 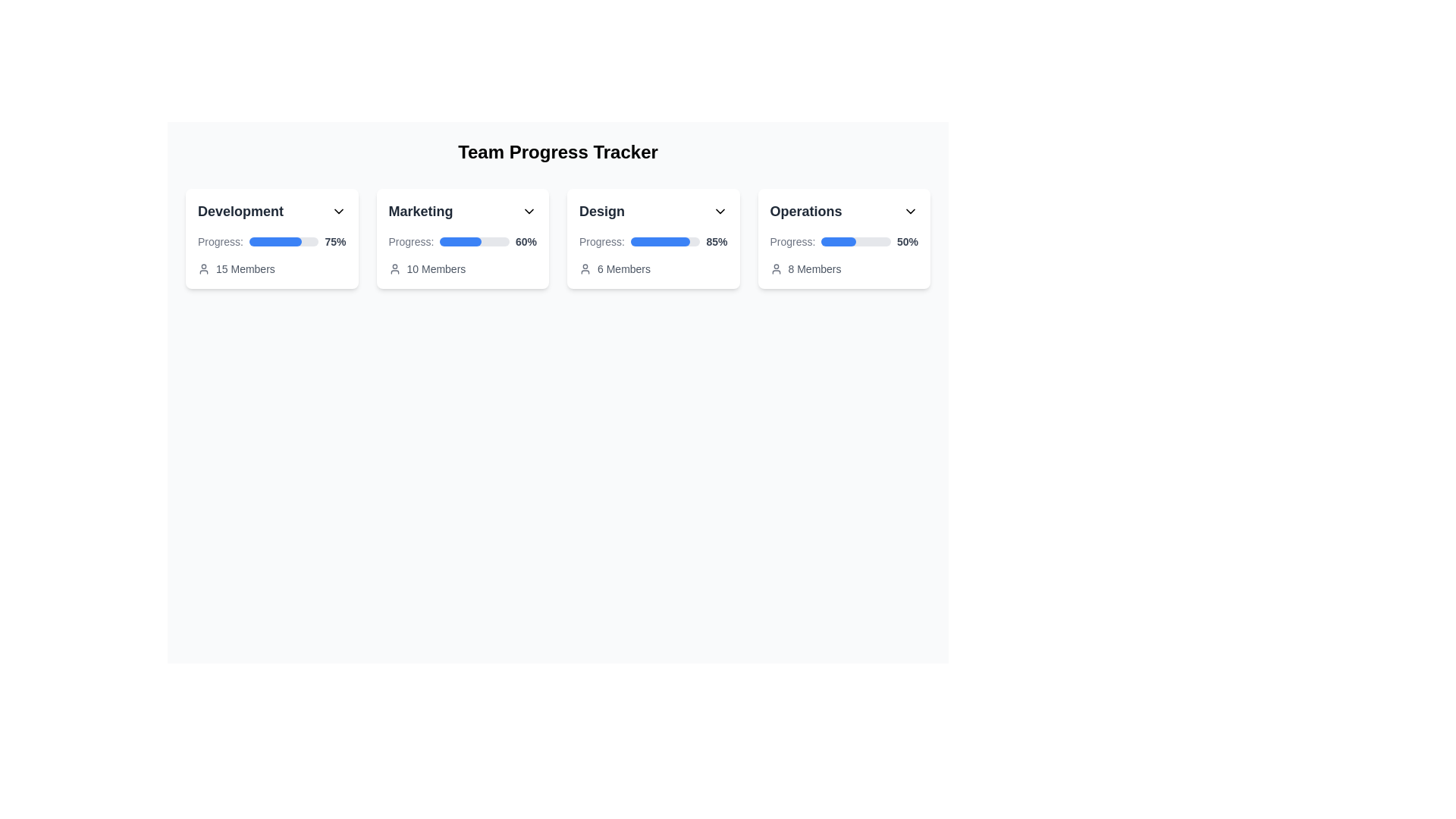 I want to click on the progress bar indicating 50% completion in the 'Operations' section of the 'Team Progress Tracker', so click(x=856, y=241).